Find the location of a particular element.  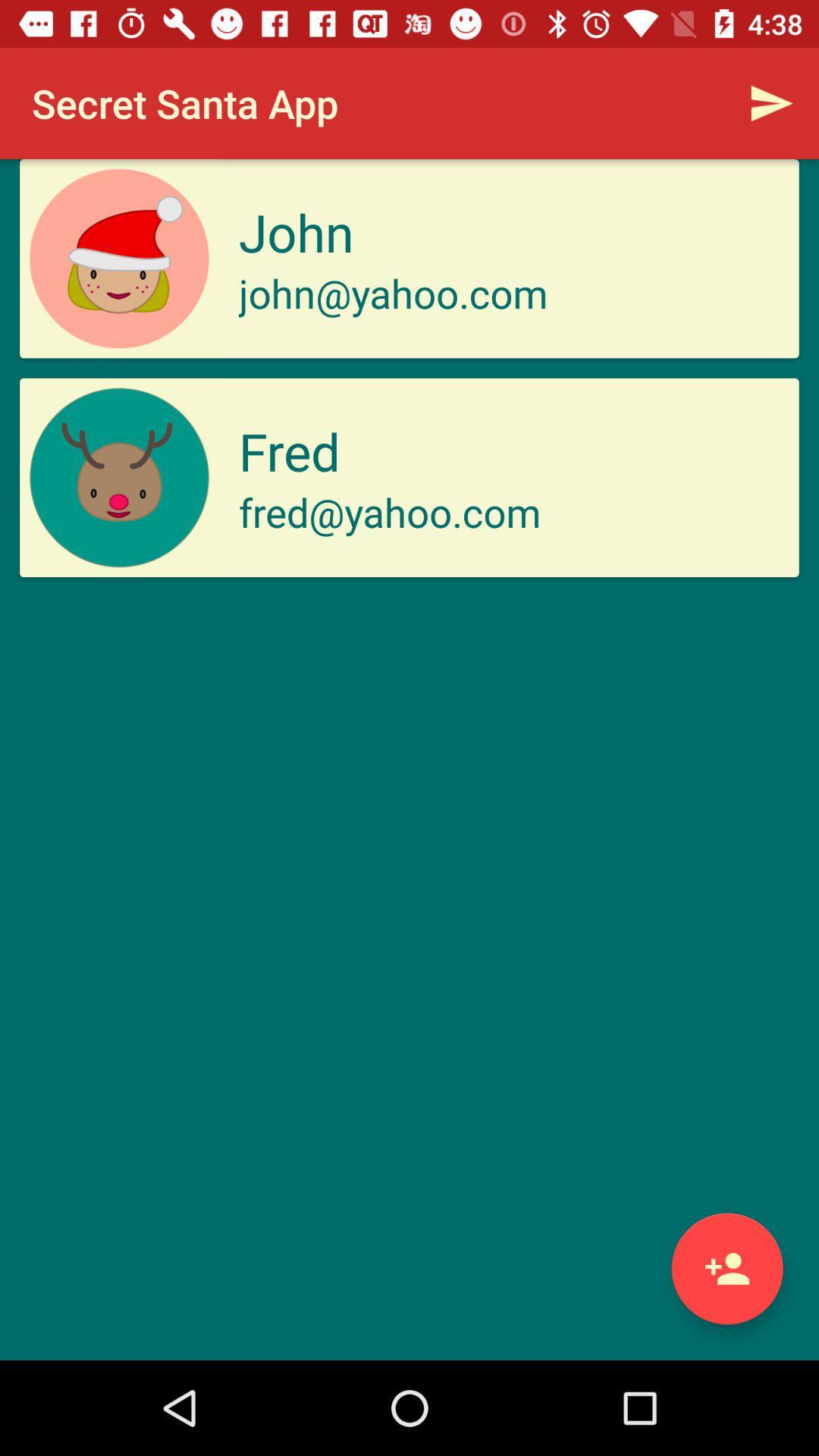

members is located at coordinates (726, 1269).